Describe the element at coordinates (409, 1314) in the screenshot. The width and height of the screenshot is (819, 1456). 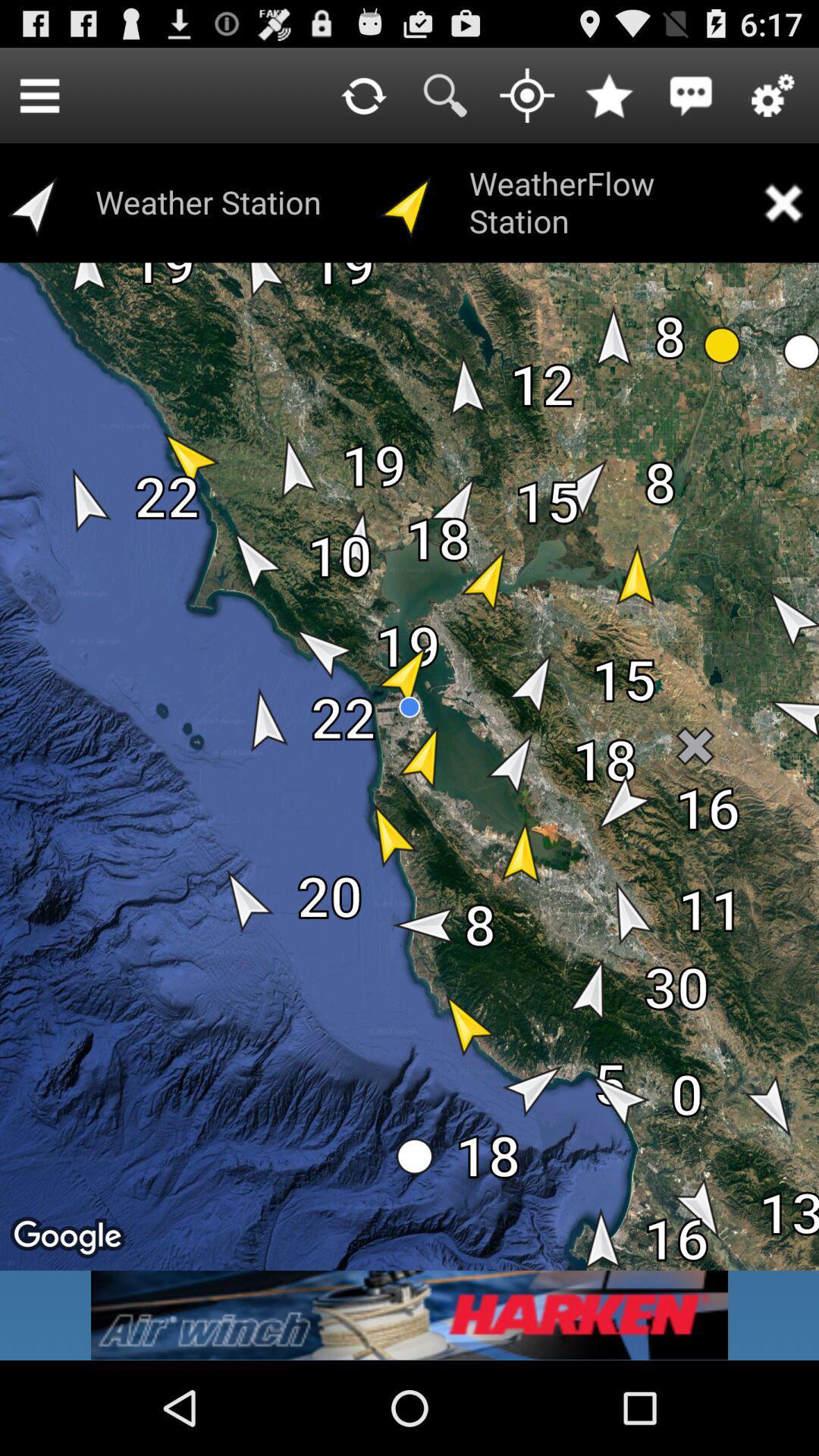
I see `advertisement` at that location.